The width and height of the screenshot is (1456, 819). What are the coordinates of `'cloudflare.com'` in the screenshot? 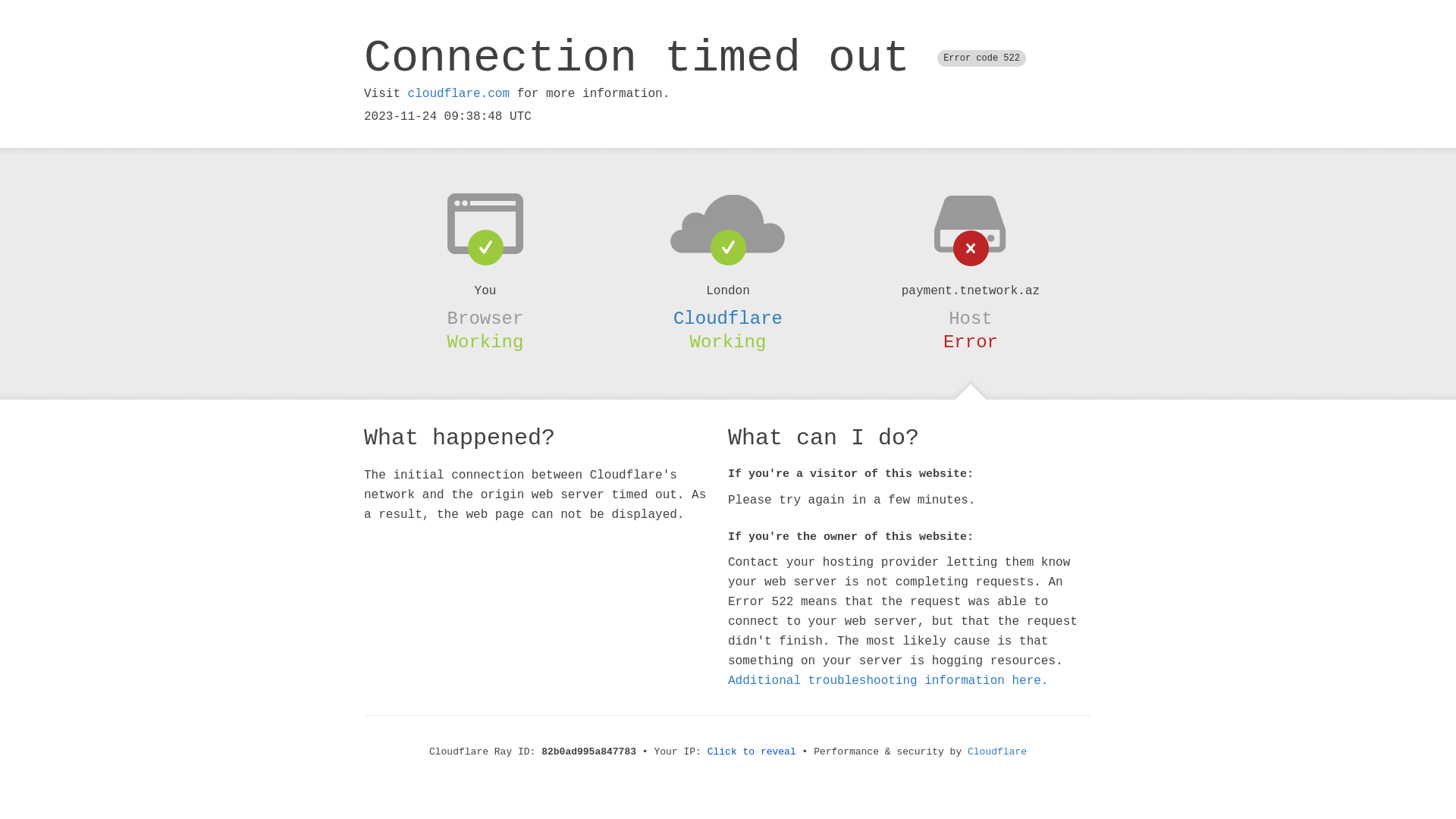 It's located at (457, 93).